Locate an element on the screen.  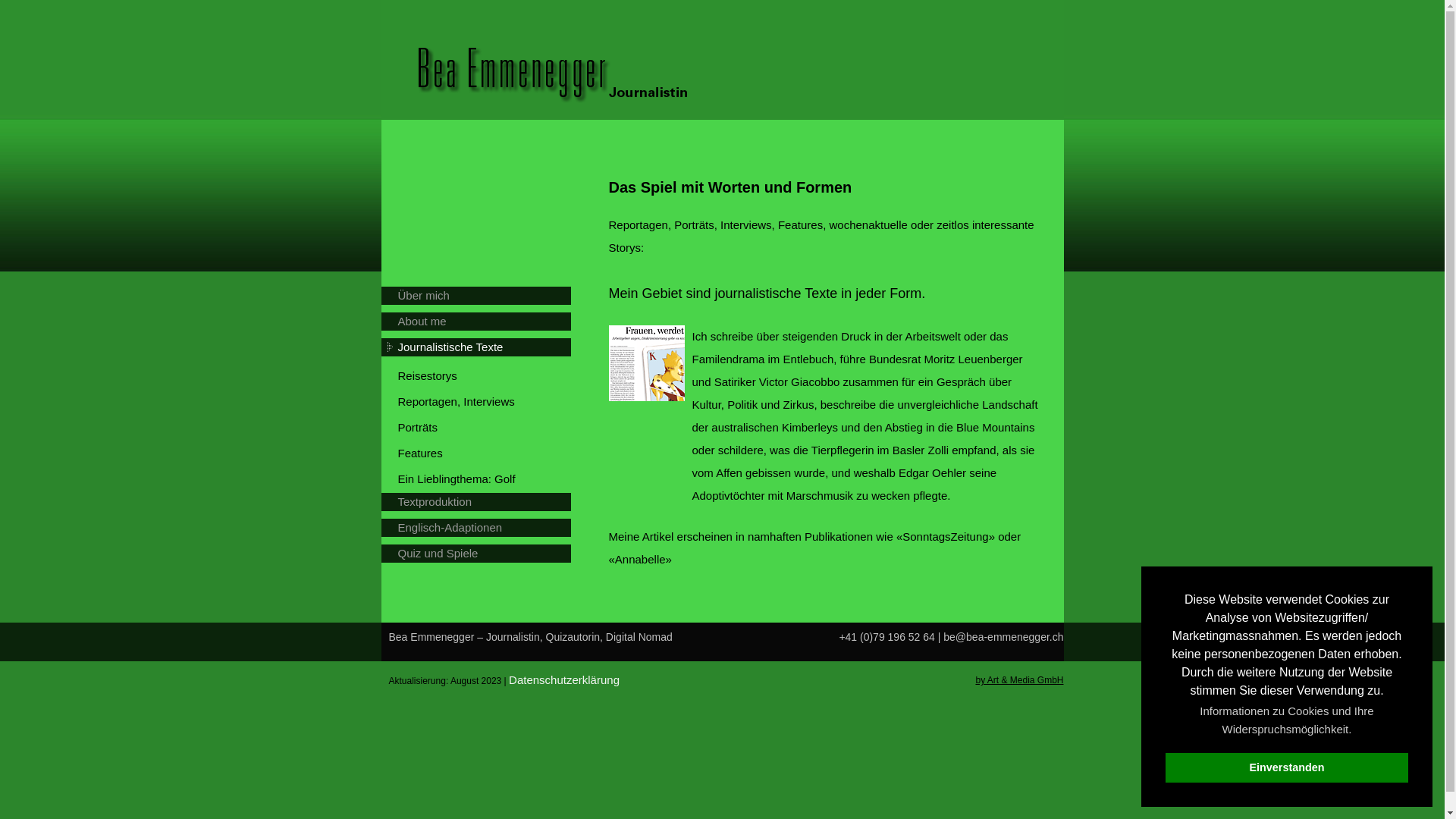
'Ein Lieblingthema: Golf' is located at coordinates (483, 479).